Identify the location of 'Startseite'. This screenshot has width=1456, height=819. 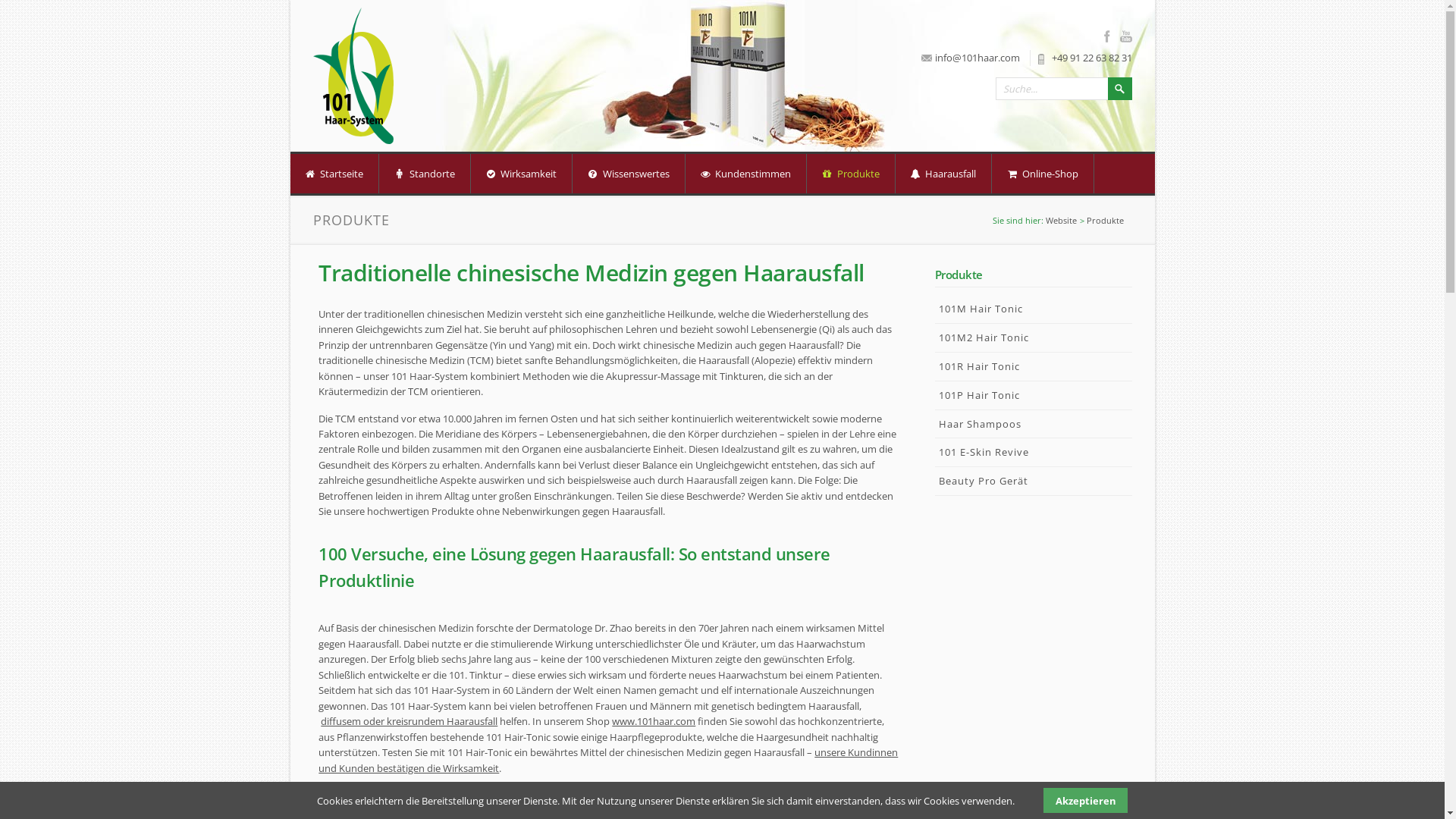
(333, 172).